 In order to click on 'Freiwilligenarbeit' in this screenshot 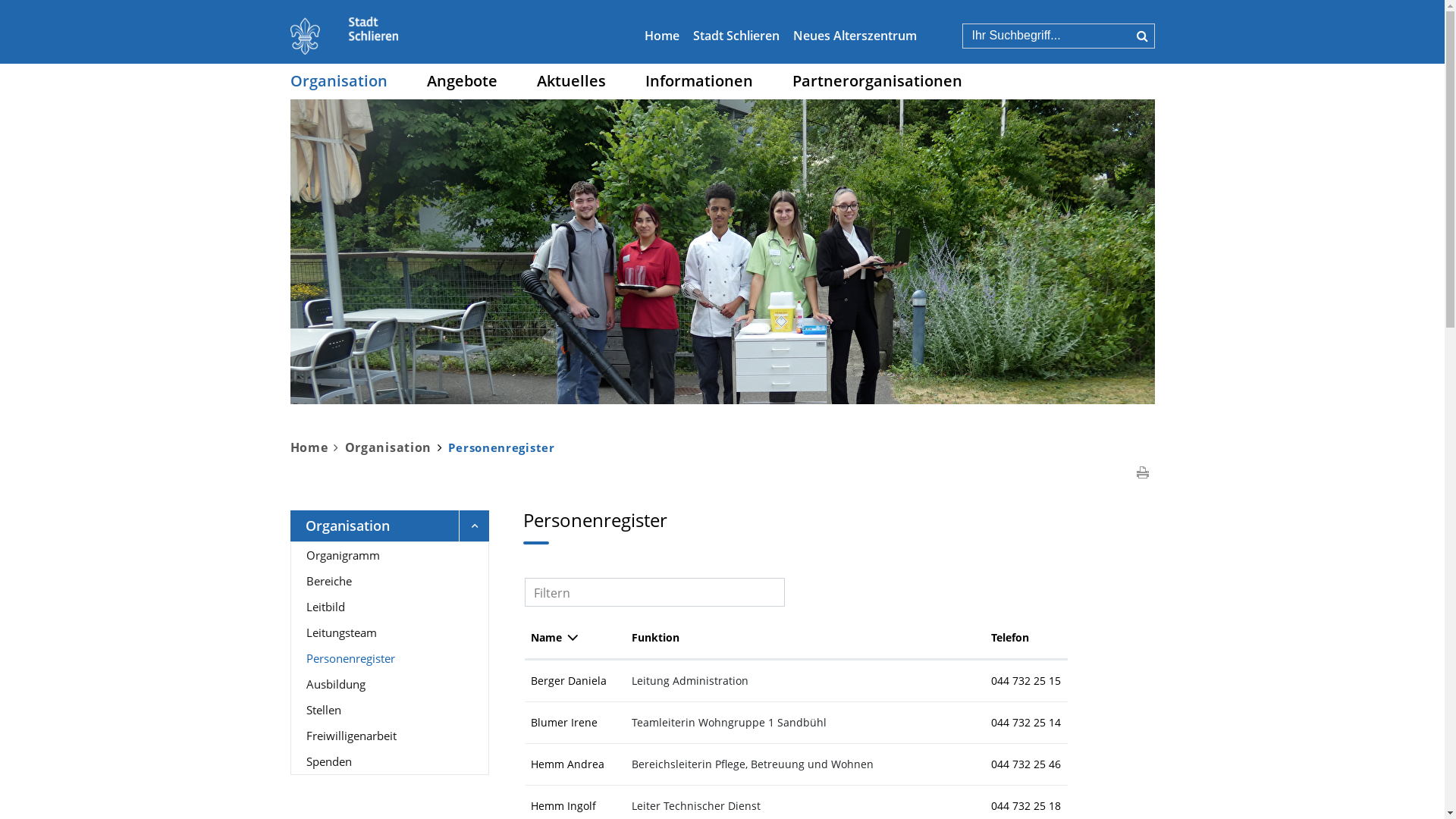, I will do `click(390, 734)`.